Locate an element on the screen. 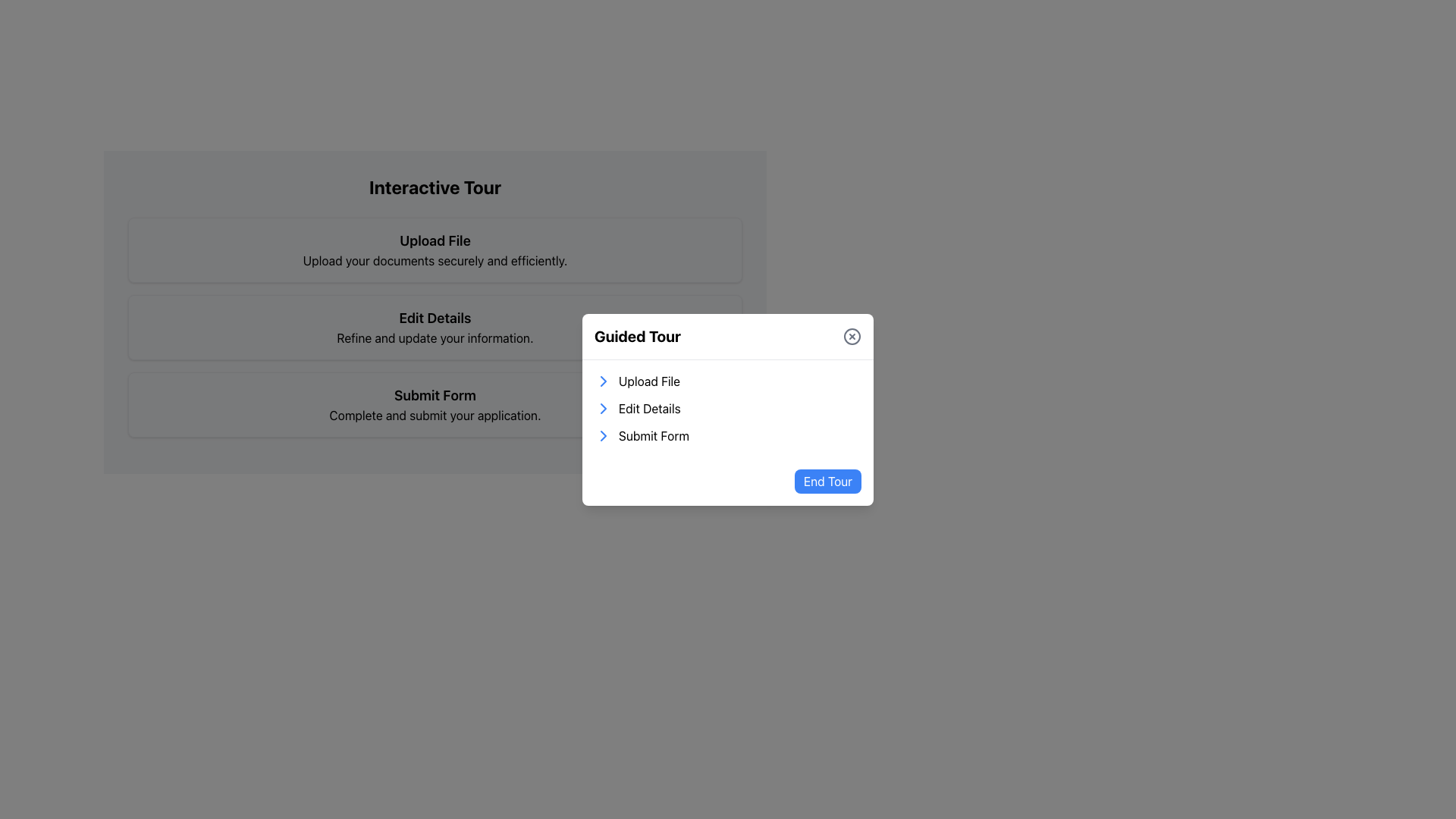 The image size is (1456, 819). the chevron icon located next to the 'Submit Form' label is located at coordinates (603, 435).